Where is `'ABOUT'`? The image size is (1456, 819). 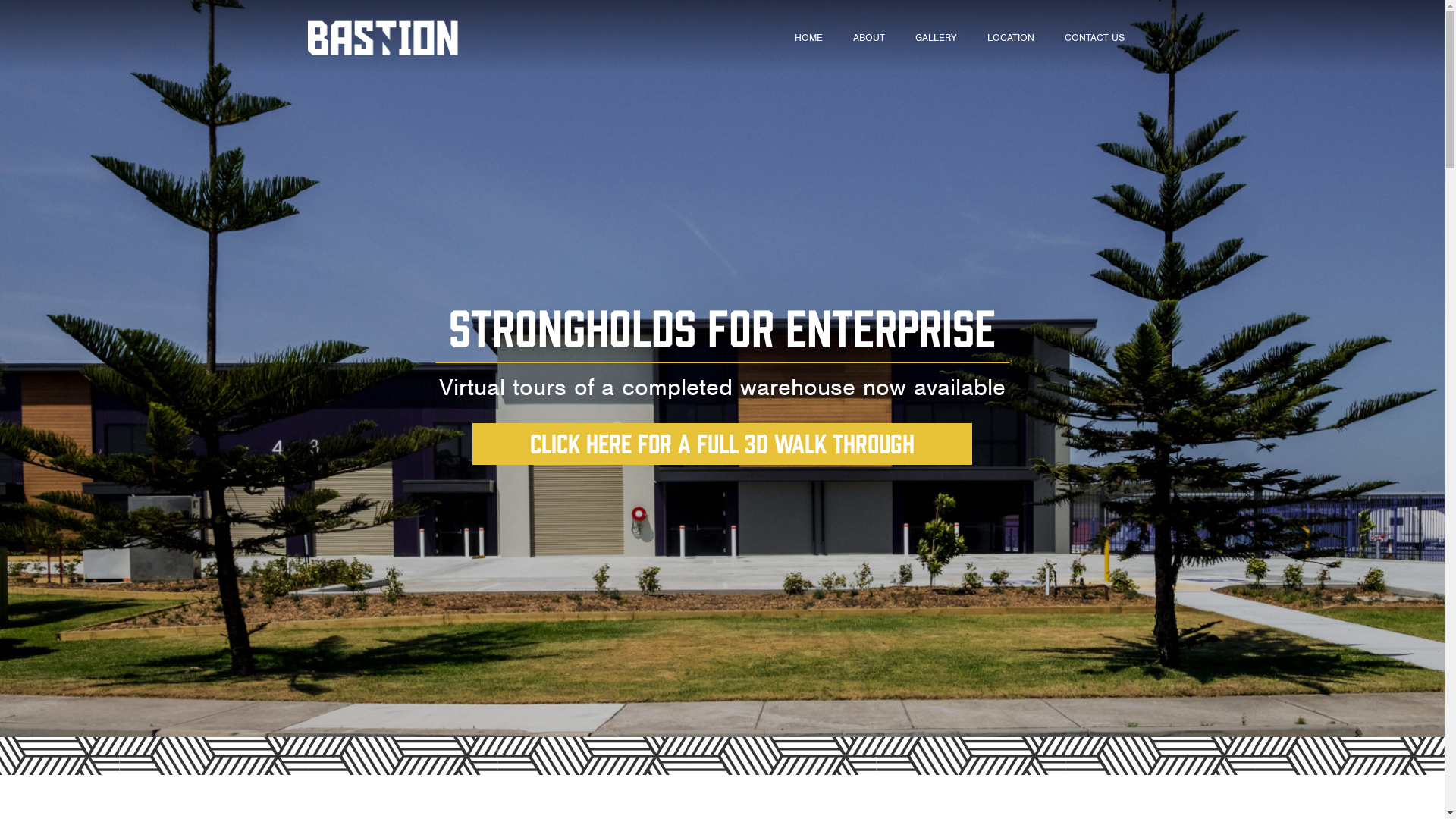 'ABOUT' is located at coordinates (869, 37).